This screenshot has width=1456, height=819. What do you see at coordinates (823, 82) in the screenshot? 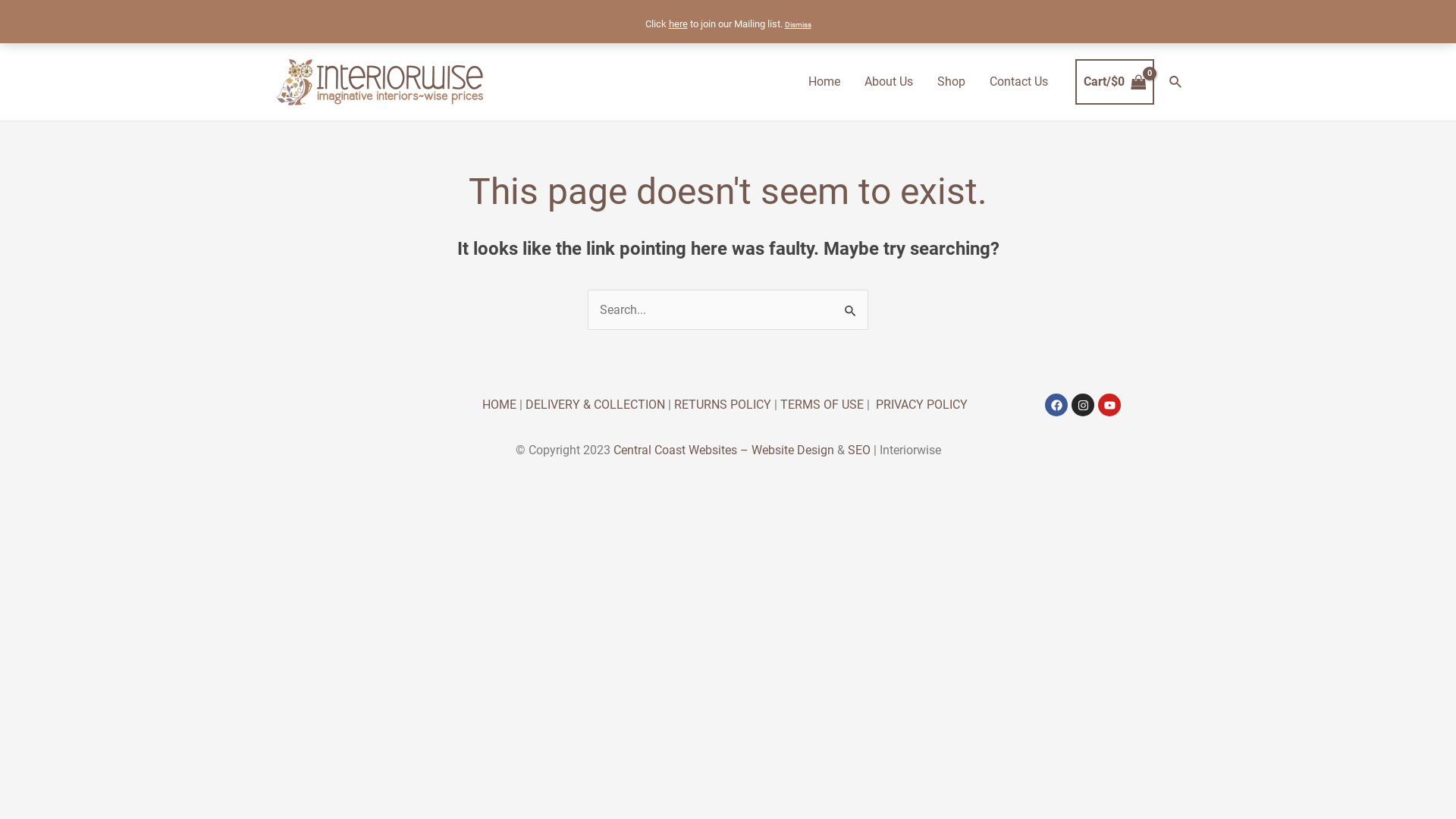
I see `'Home'` at bounding box center [823, 82].